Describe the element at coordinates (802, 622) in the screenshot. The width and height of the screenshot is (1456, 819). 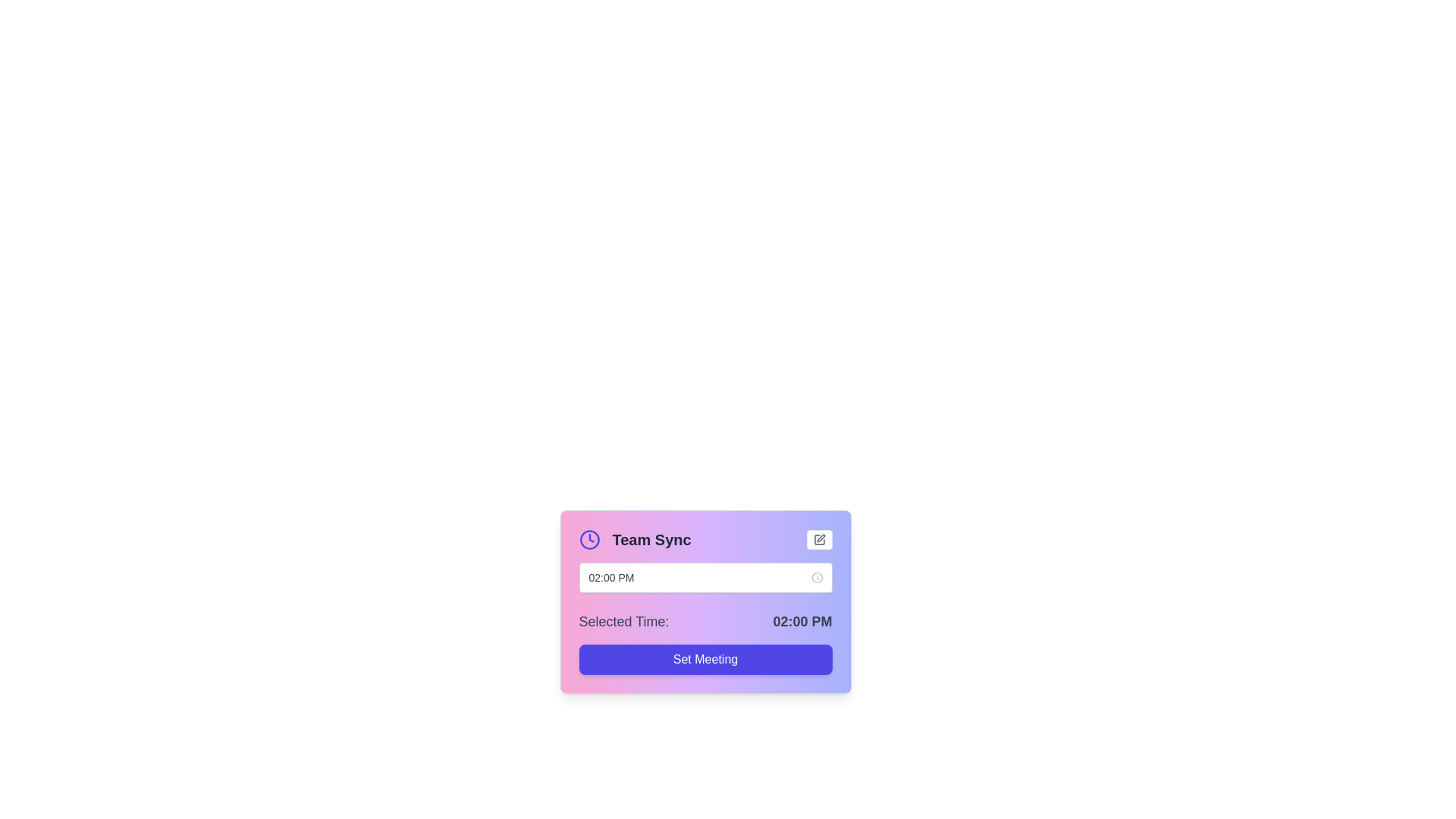
I see `the text label displaying '02:00 PM' which has a bold font style and is aligned to the right of the 'Selected Time:' label` at that location.